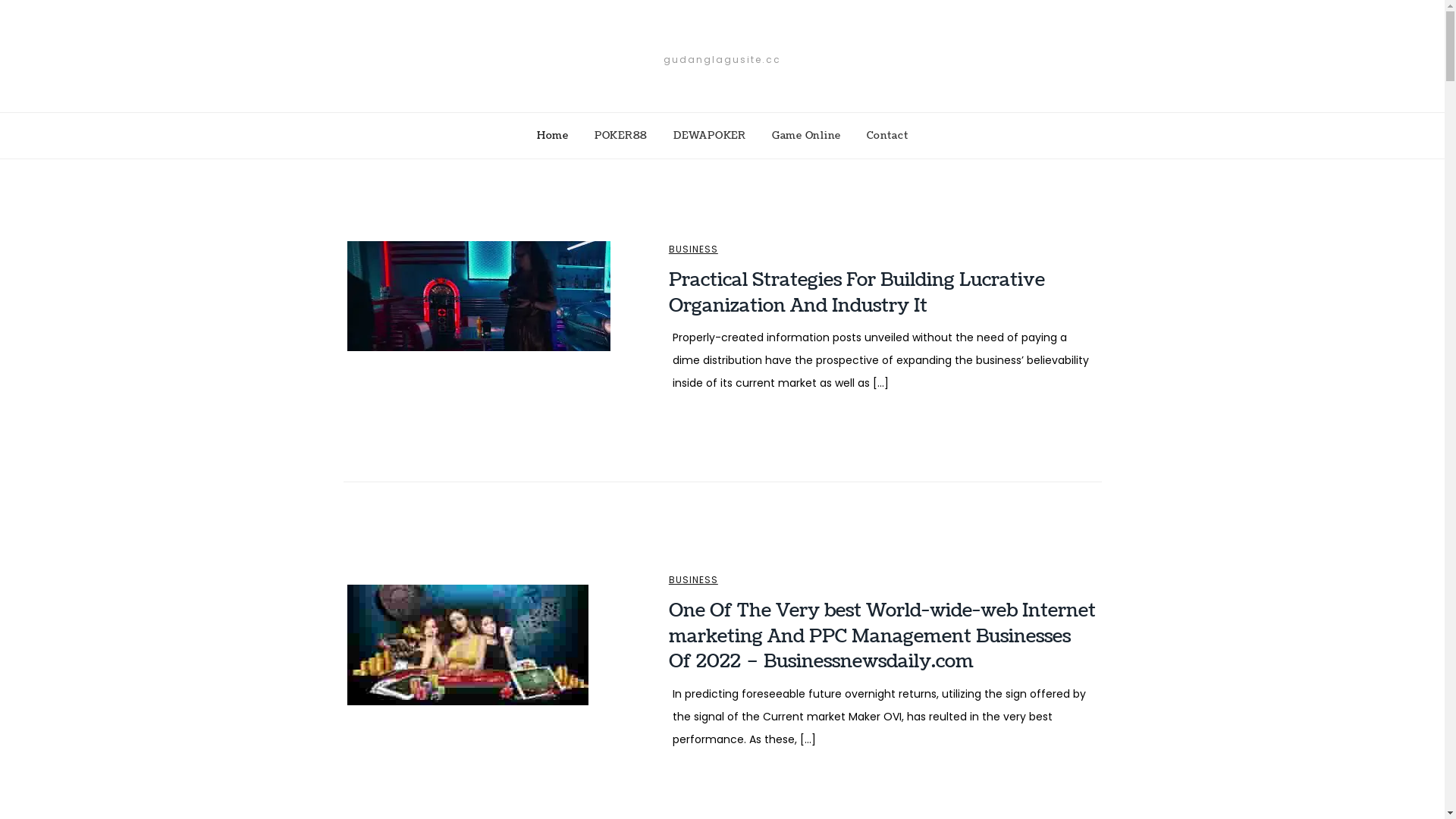 The image size is (1456, 819). What do you see at coordinates (552, 134) in the screenshot?
I see `'Home'` at bounding box center [552, 134].